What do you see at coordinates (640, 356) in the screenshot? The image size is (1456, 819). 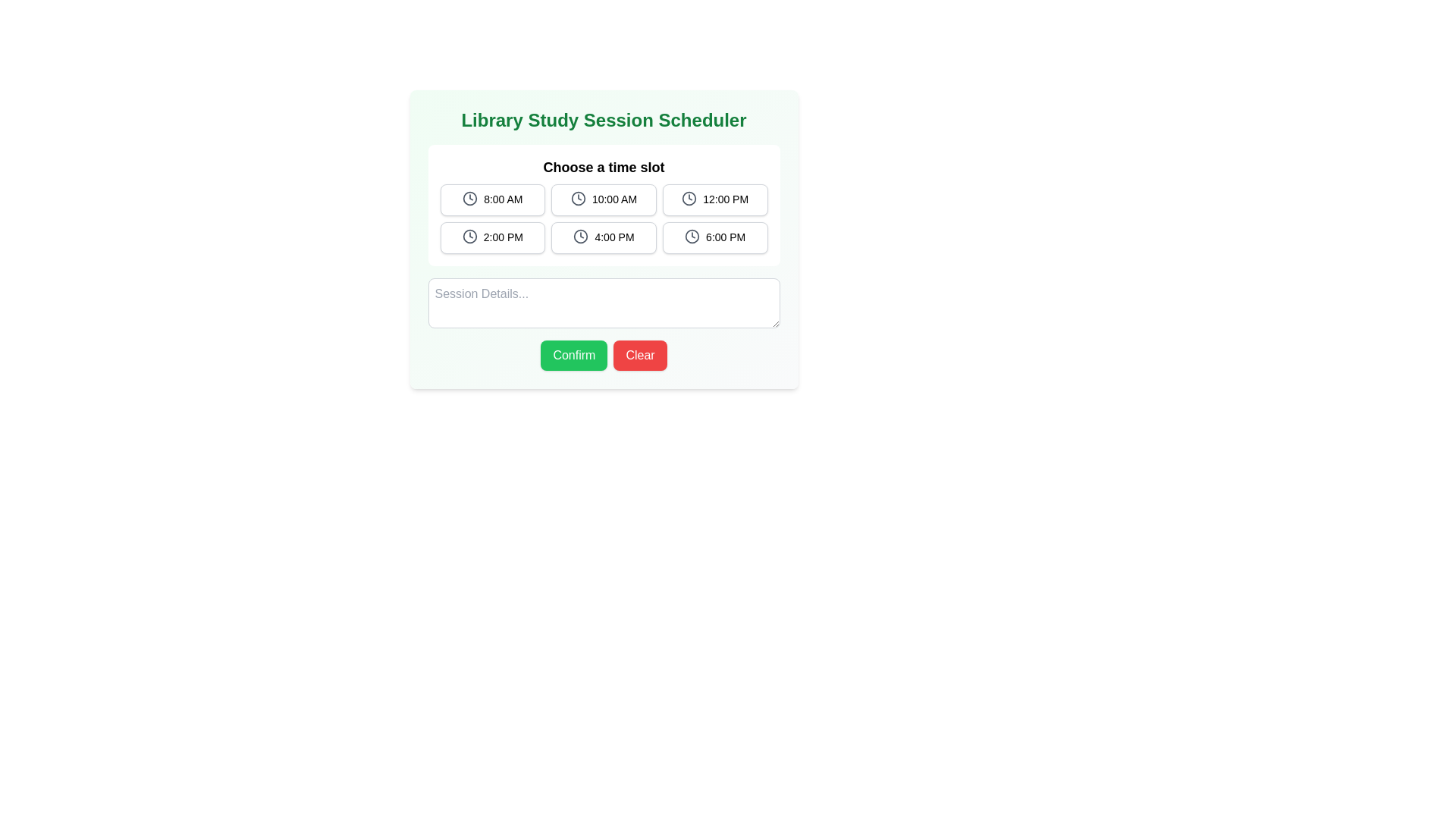 I see `the clear button located to the right of the green 'Confirm' button` at bounding box center [640, 356].